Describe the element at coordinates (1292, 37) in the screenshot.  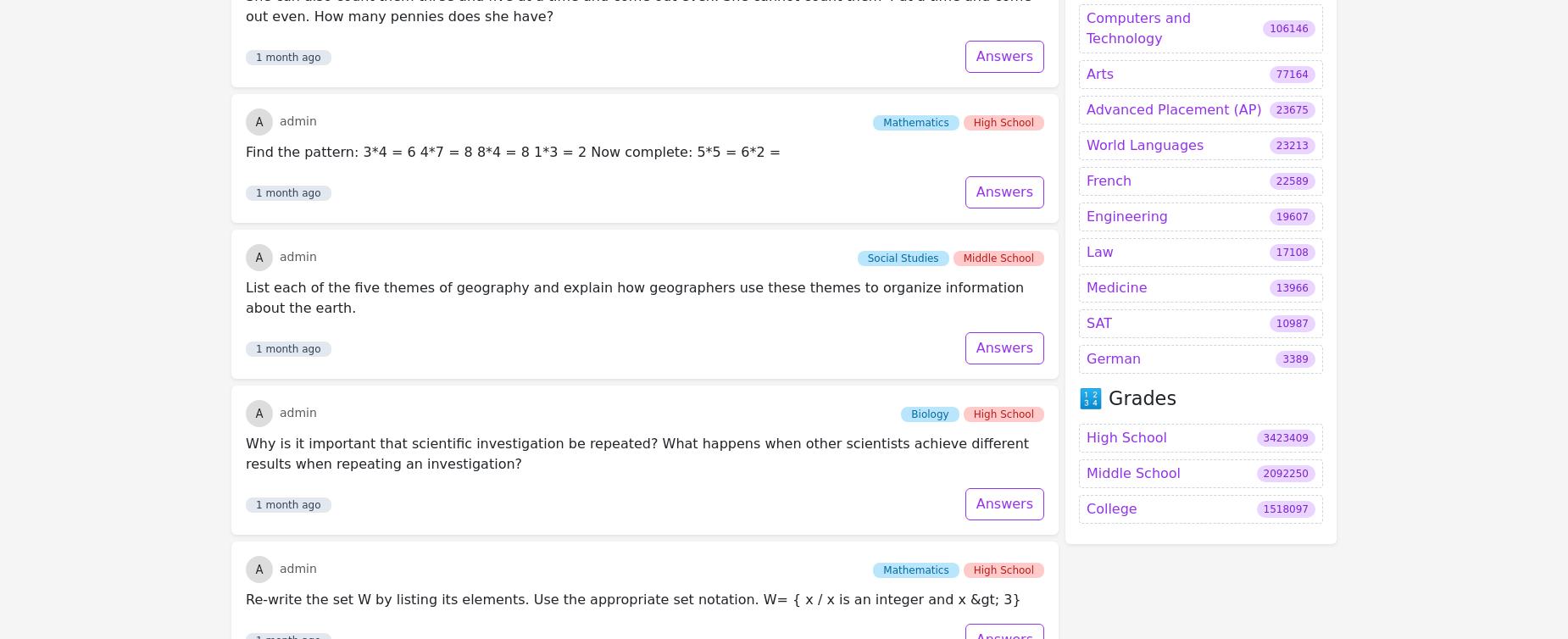
I see `'19607'` at that location.